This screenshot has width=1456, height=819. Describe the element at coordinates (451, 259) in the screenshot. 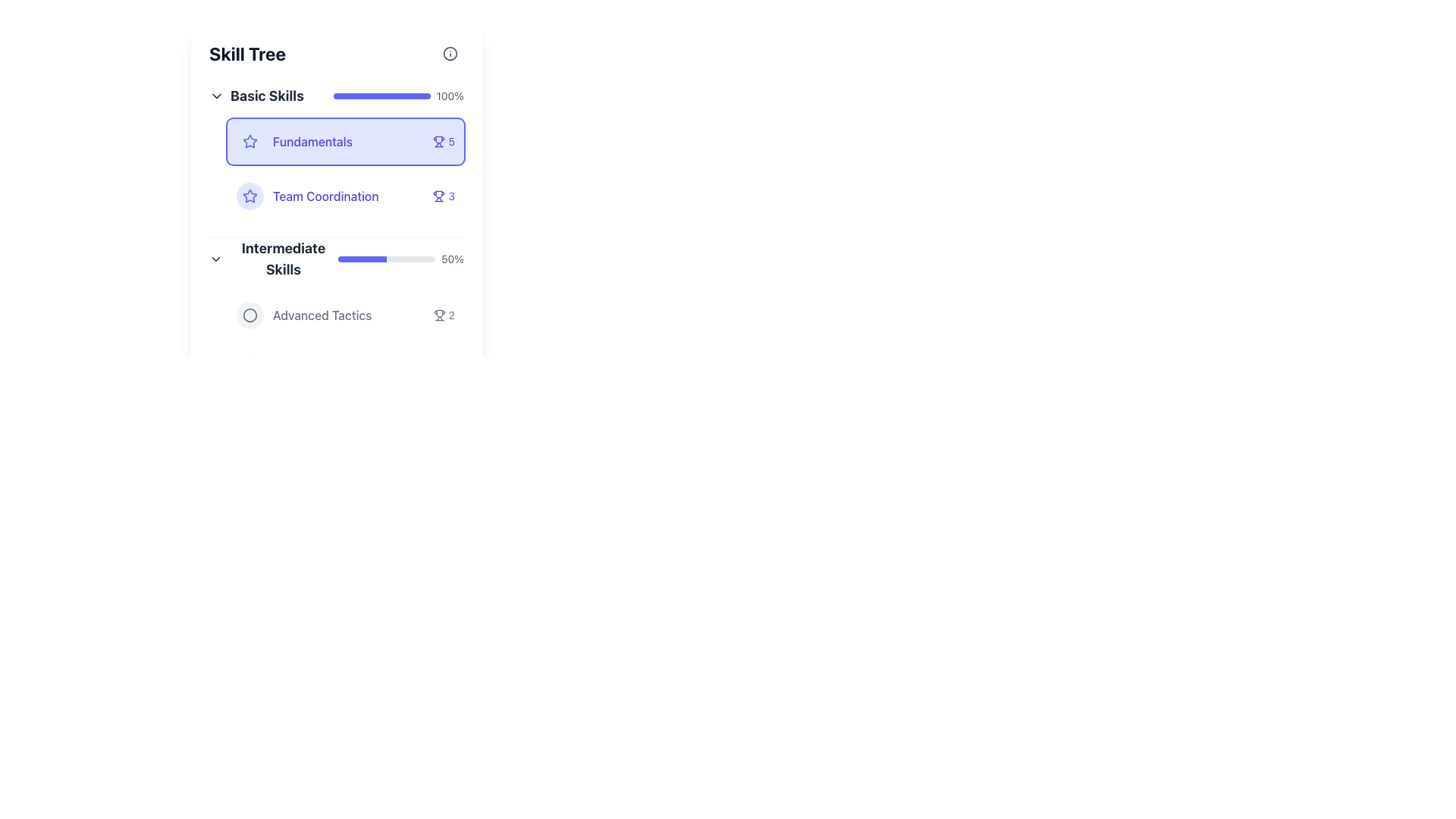

I see `the text label displaying the progress percentage for the 'Intermediate Skills' section, located to the right of the progress bar indicating 50% completion` at that location.